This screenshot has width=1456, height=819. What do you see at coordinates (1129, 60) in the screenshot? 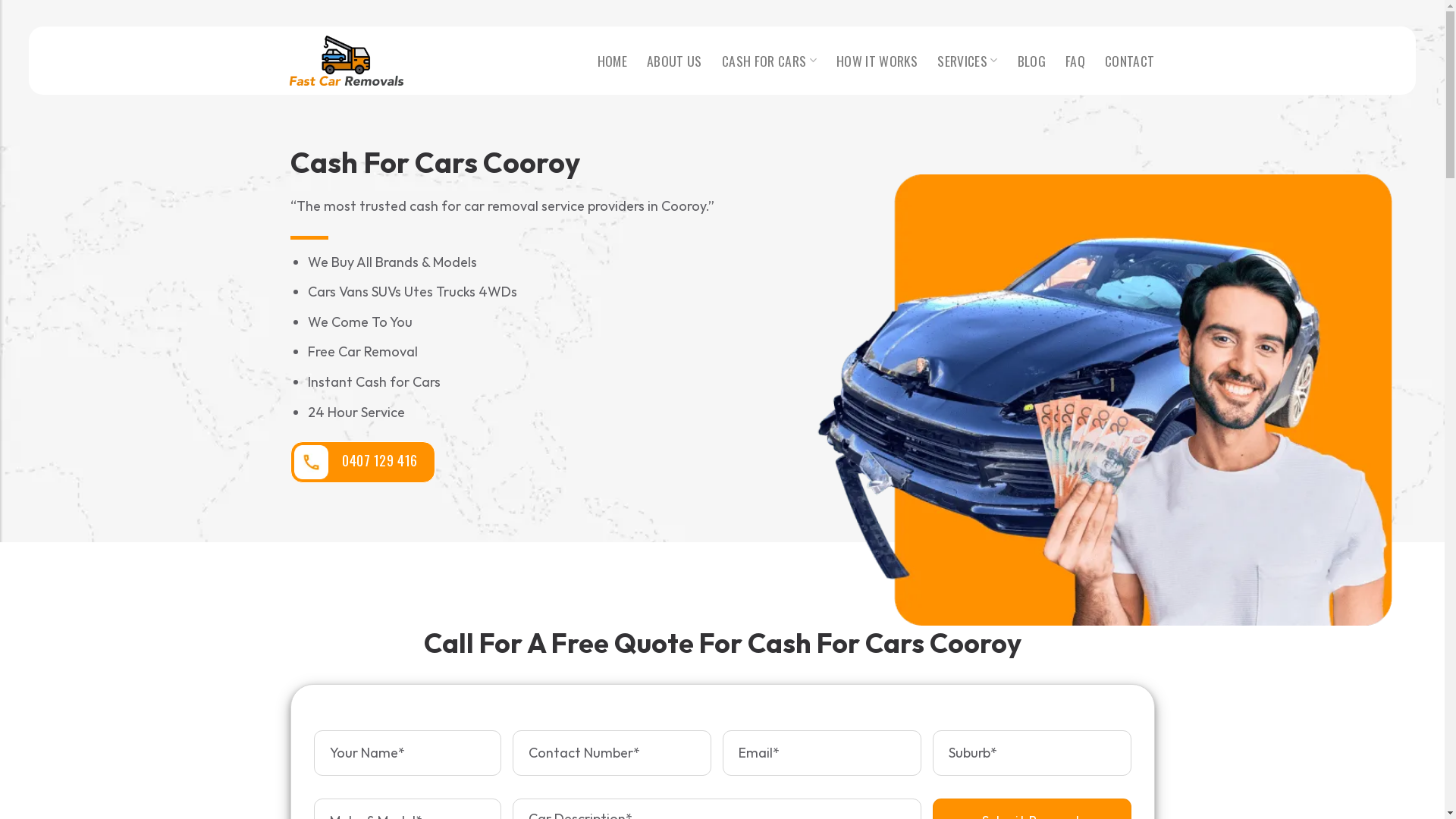
I see `'CONTACT'` at bounding box center [1129, 60].